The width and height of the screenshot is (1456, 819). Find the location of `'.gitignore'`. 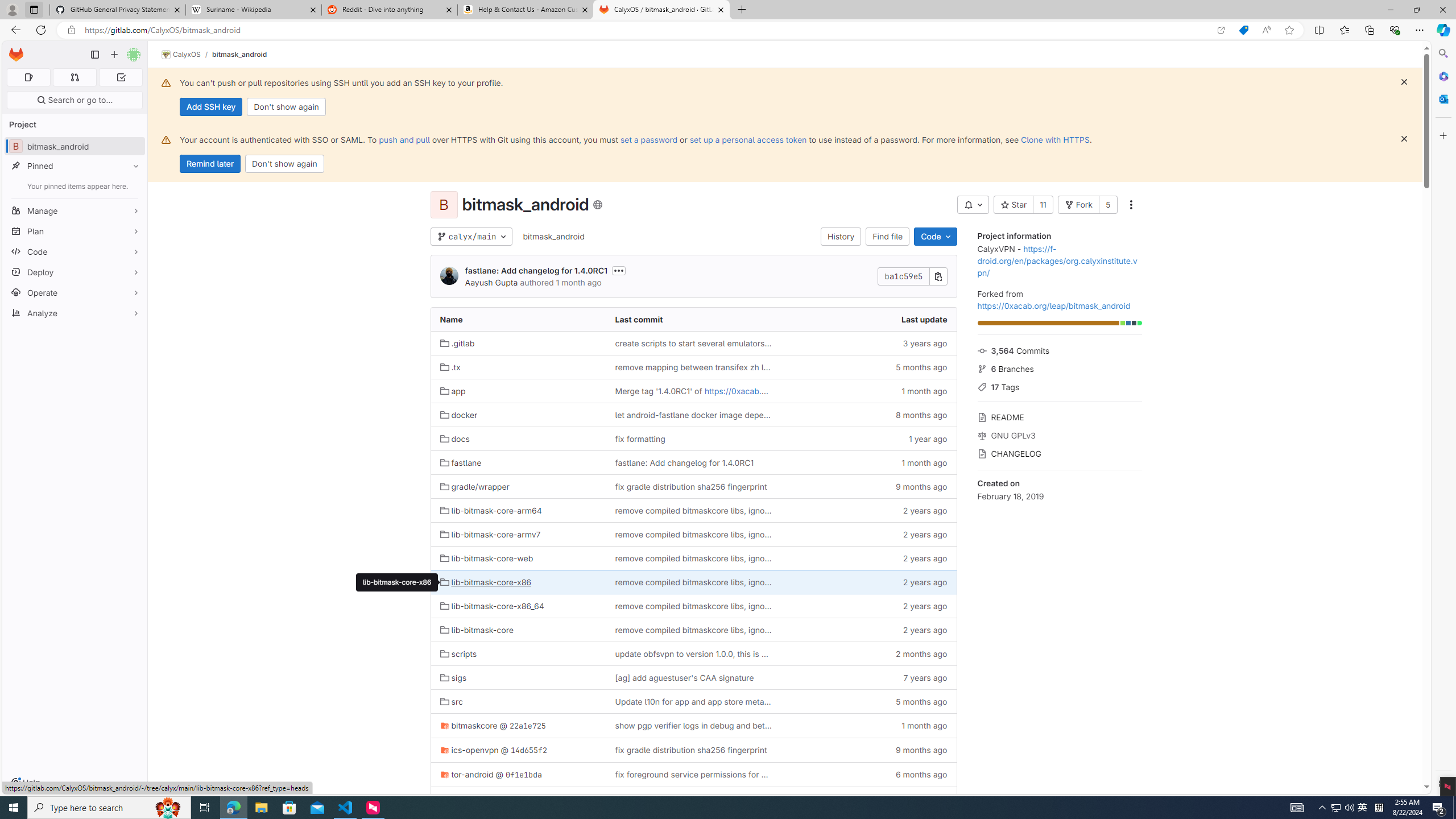

'.gitignore' is located at coordinates (518, 798).